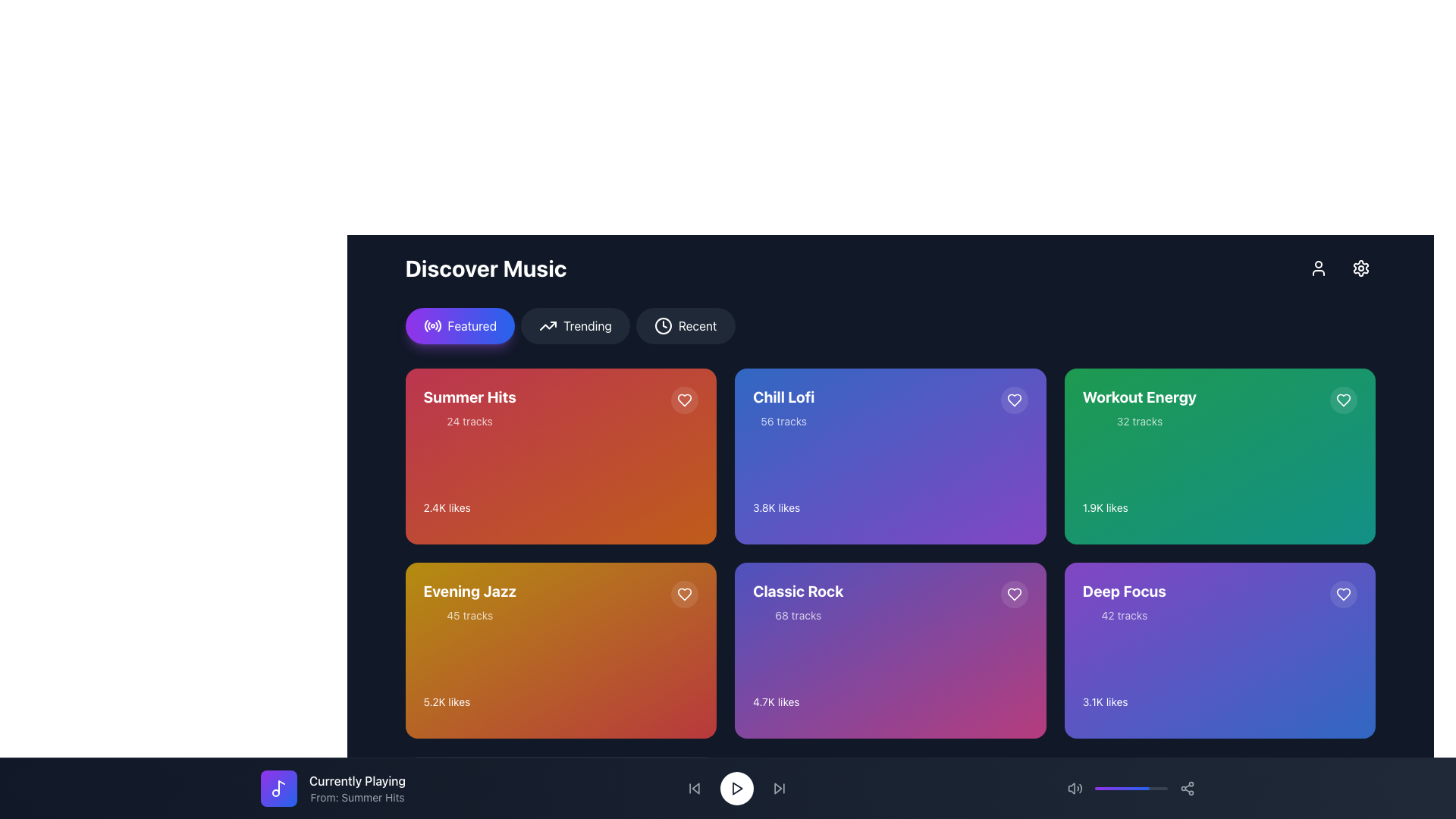 Image resolution: width=1456 pixels, height=819 pixels. I want to click on the button located in the upper-right corner of the interface, so click(1317, 268).